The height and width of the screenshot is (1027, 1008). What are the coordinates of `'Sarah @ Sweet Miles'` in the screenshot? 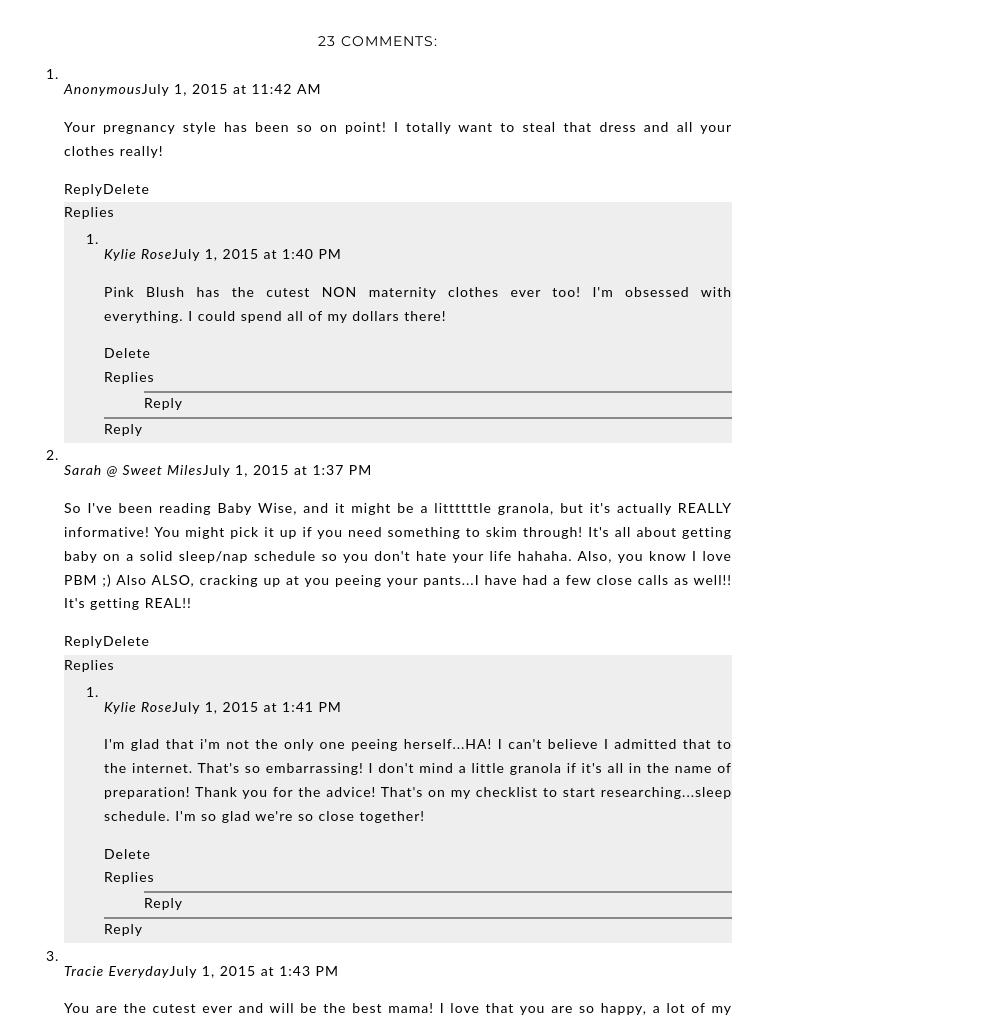 It's located at (132, 470).